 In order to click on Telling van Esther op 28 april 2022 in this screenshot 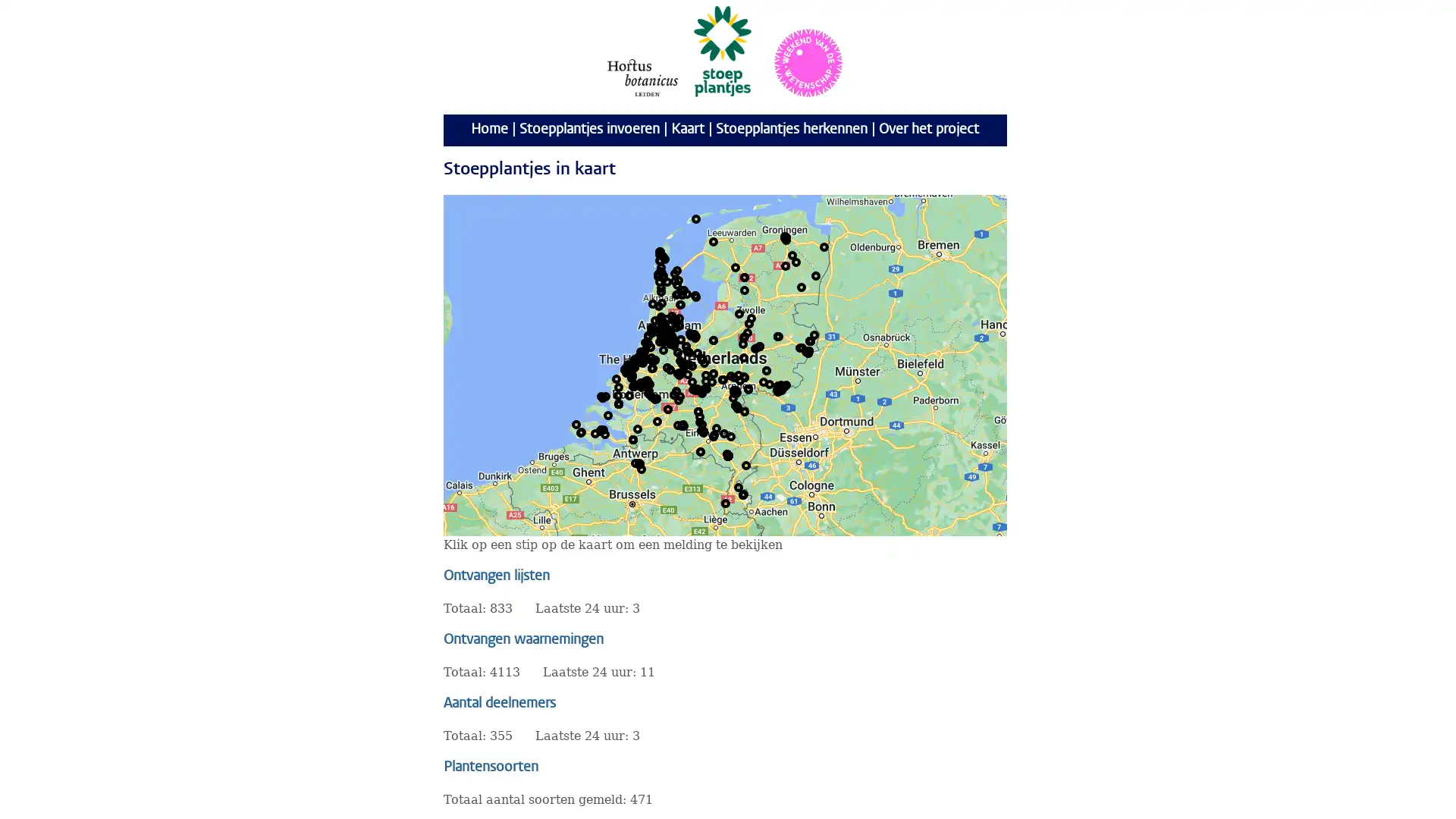, I will do `click(739, 312)`.